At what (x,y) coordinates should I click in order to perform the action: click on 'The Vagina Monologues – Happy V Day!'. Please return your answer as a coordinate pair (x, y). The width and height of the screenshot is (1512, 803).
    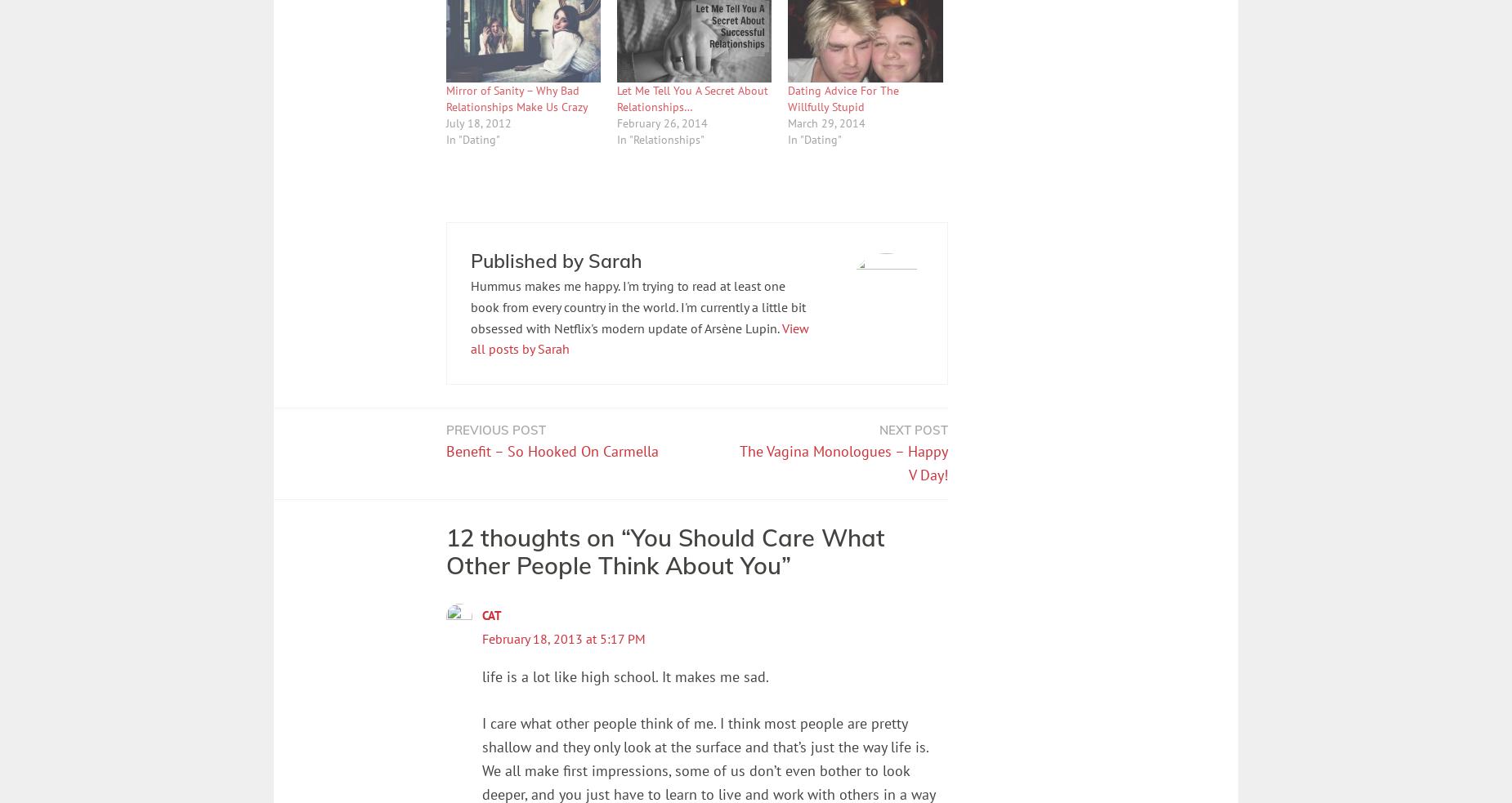
    Looking at the image, I should click on (843, 462).